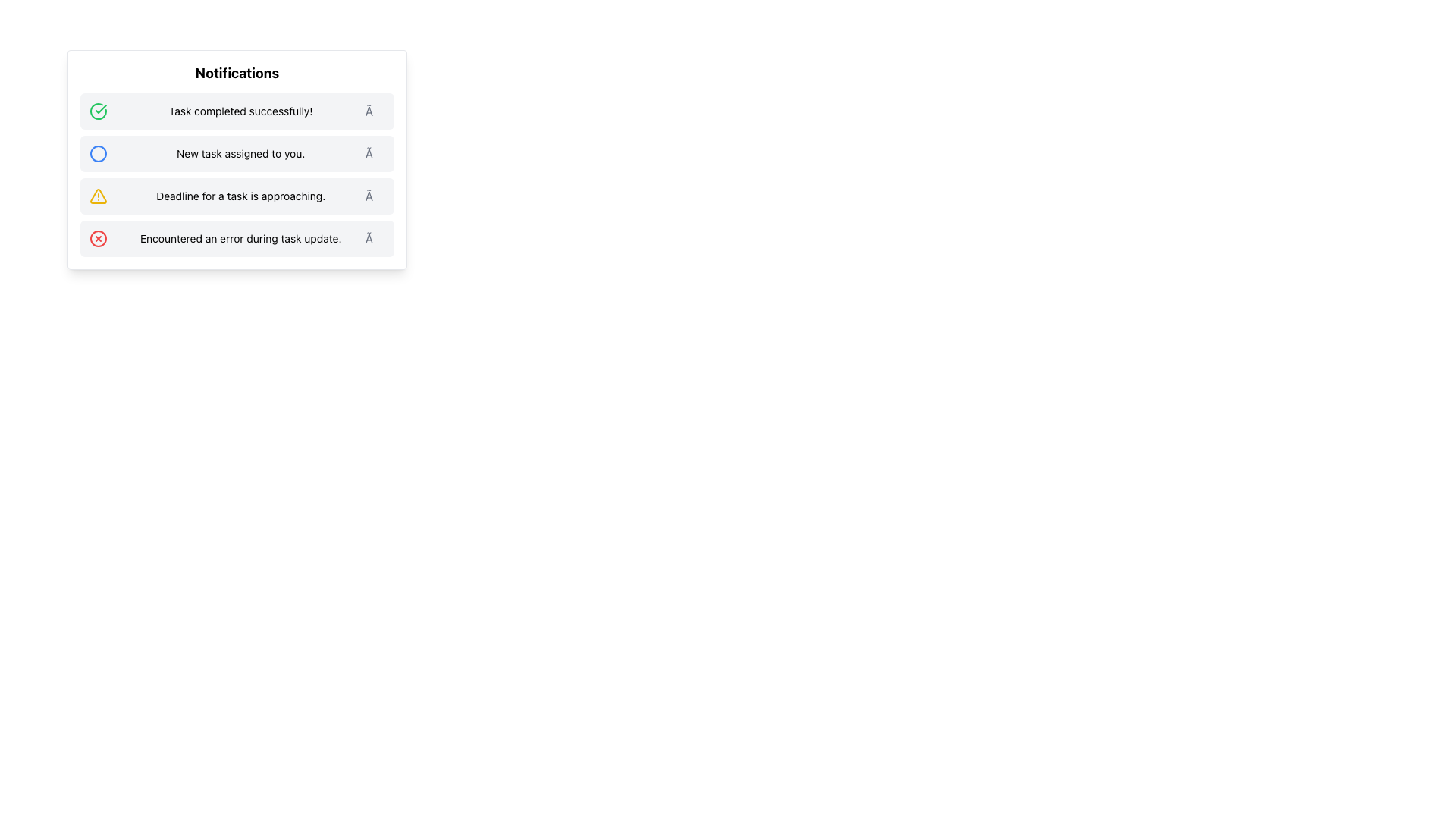  I want to click on the dismiss button located at the far right of the error notification message that states 'Encountered an error during task update.', so click(375, 239).